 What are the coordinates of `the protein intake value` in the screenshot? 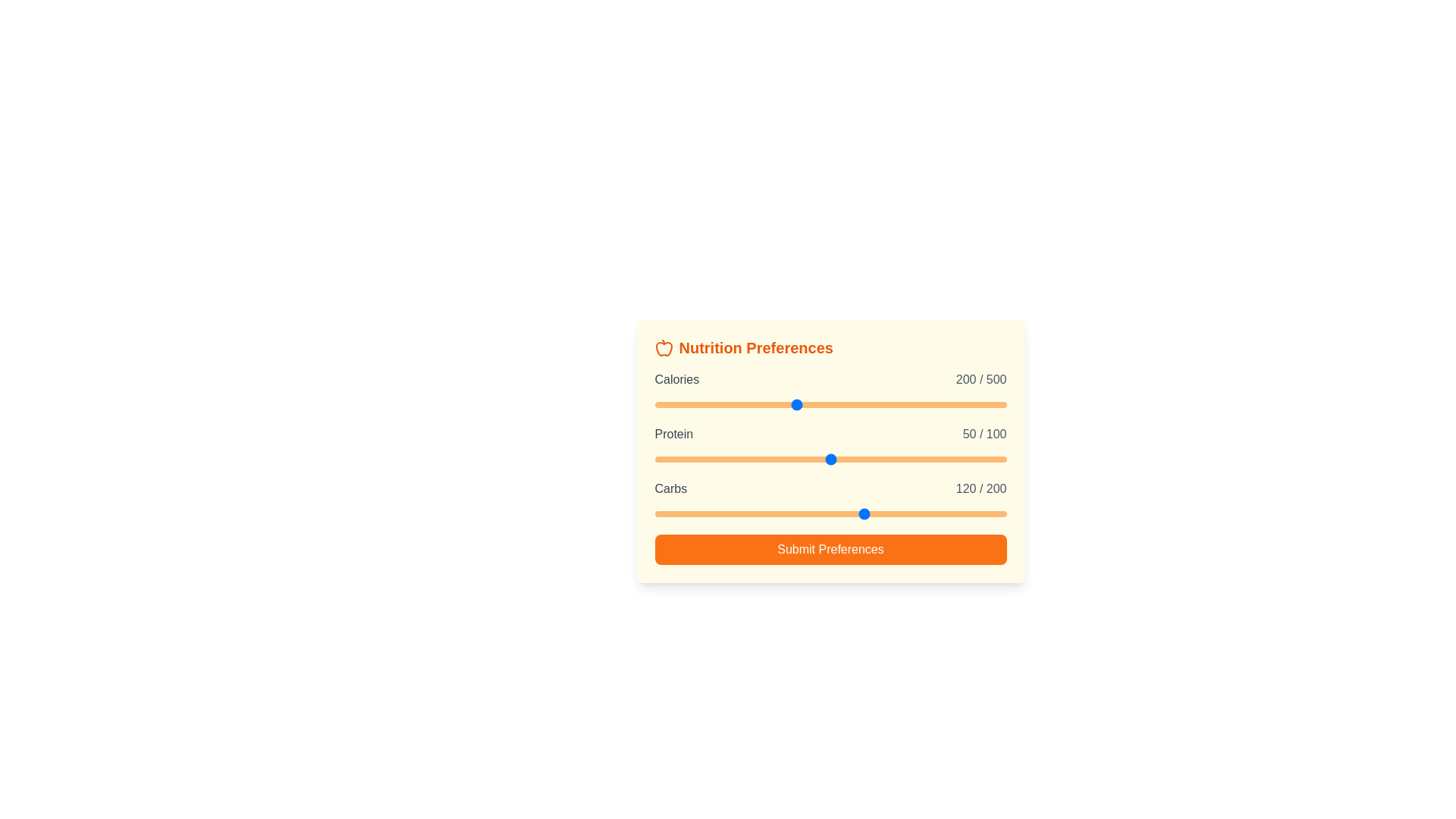 It's located at (992, 458).